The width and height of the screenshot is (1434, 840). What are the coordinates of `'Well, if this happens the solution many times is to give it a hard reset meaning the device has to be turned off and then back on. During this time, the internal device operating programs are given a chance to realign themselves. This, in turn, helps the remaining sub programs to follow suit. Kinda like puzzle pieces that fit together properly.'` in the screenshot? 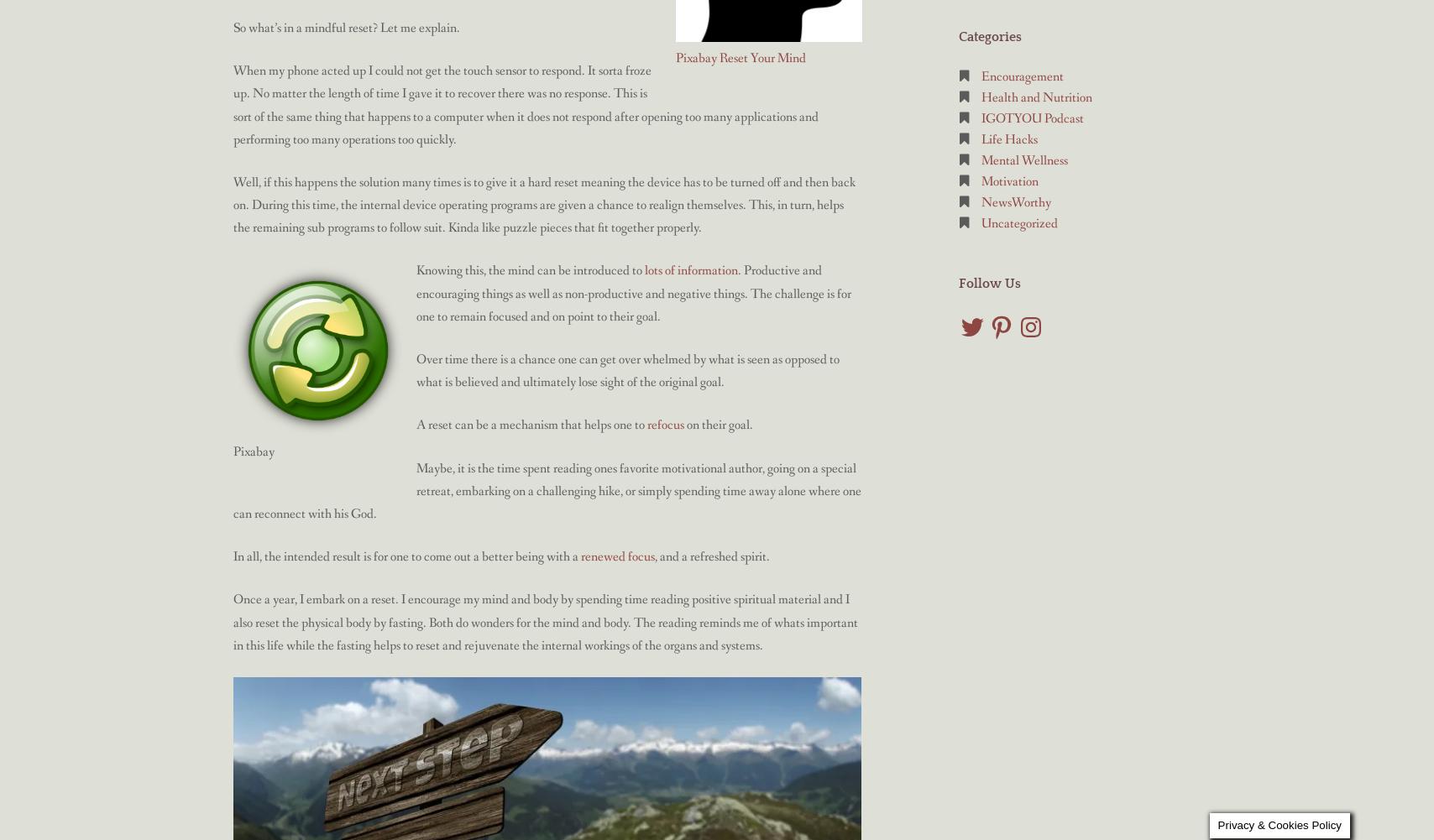 It's located at (544, 204).